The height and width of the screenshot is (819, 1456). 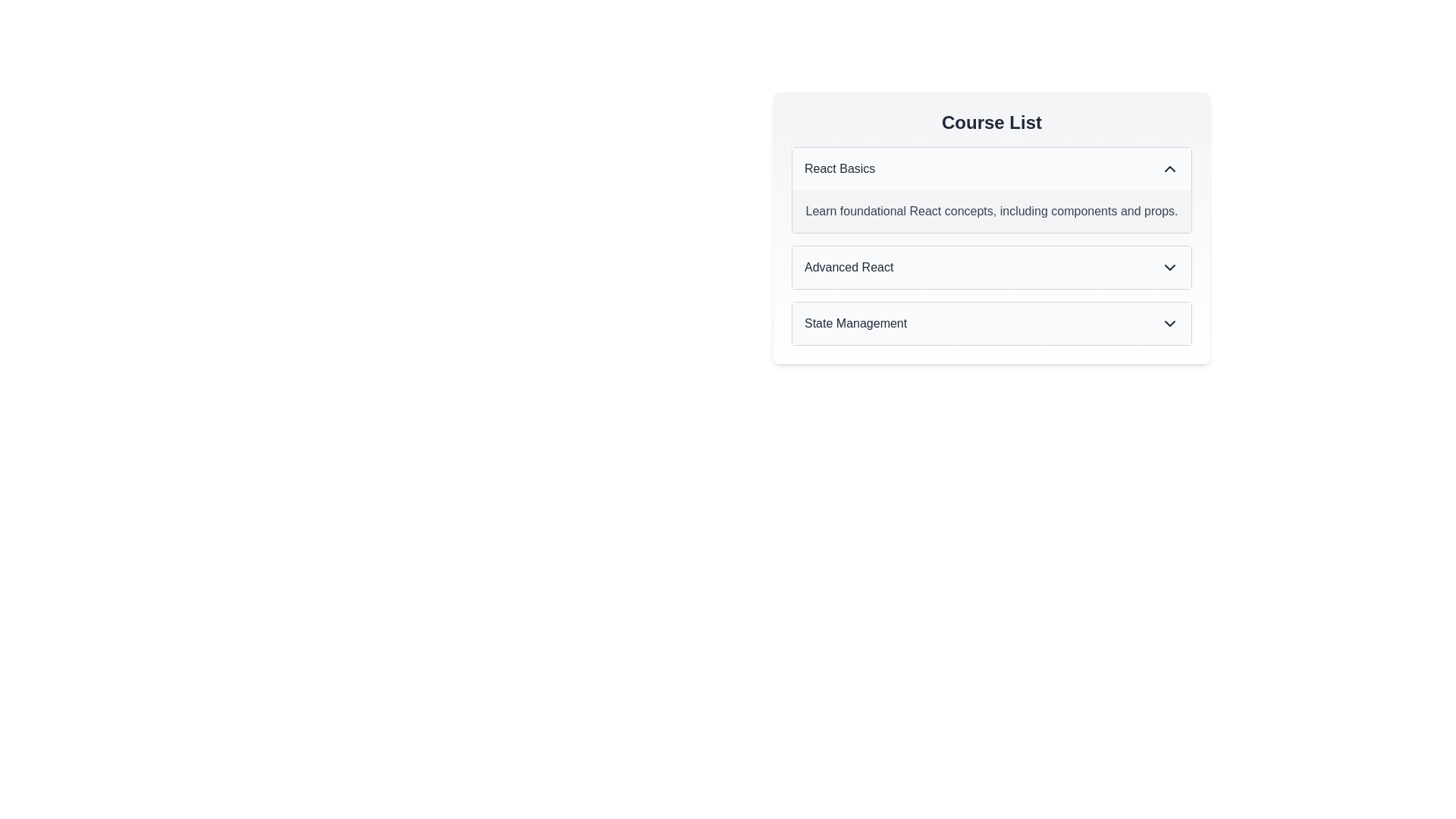 What do you see at coordinates (992, 245) in the screenshot?
I see `the 'Advanced React' collapsible section located` at bounding box center [992, 245].